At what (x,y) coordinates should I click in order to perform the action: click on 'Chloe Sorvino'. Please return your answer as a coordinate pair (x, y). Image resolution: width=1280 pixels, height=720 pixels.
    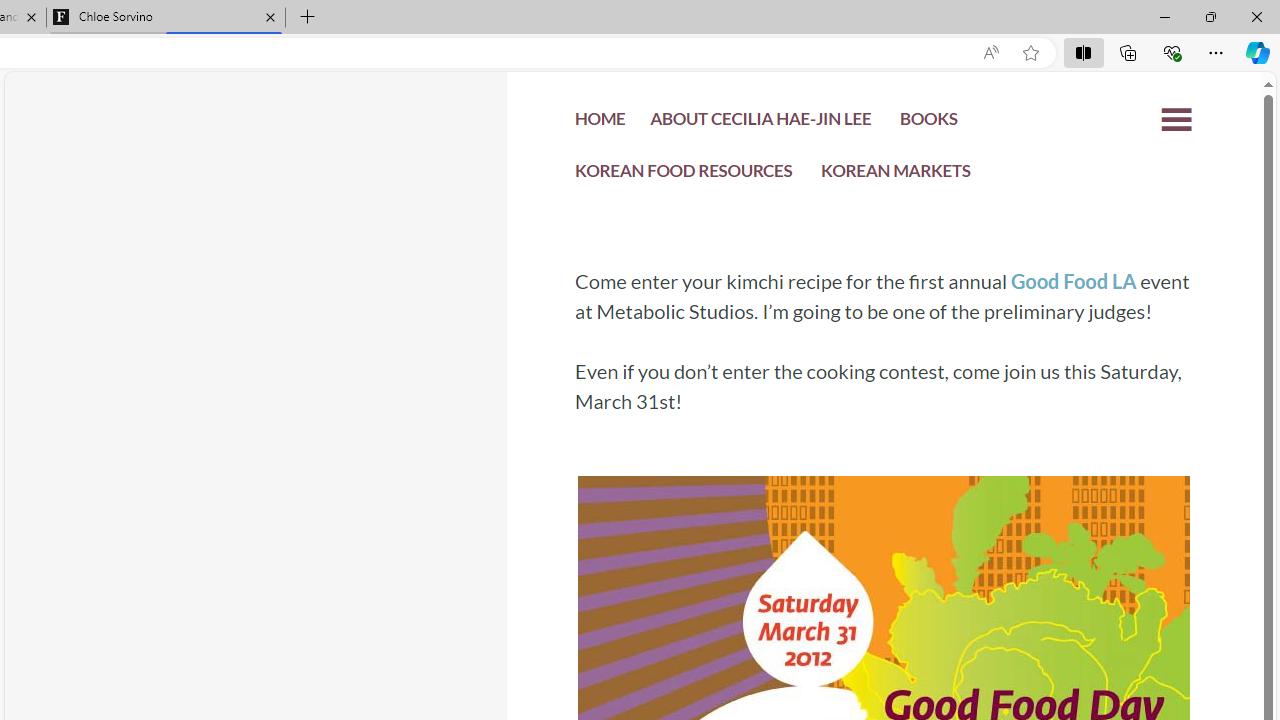
    Looking at the image, I should click on (166, 17).